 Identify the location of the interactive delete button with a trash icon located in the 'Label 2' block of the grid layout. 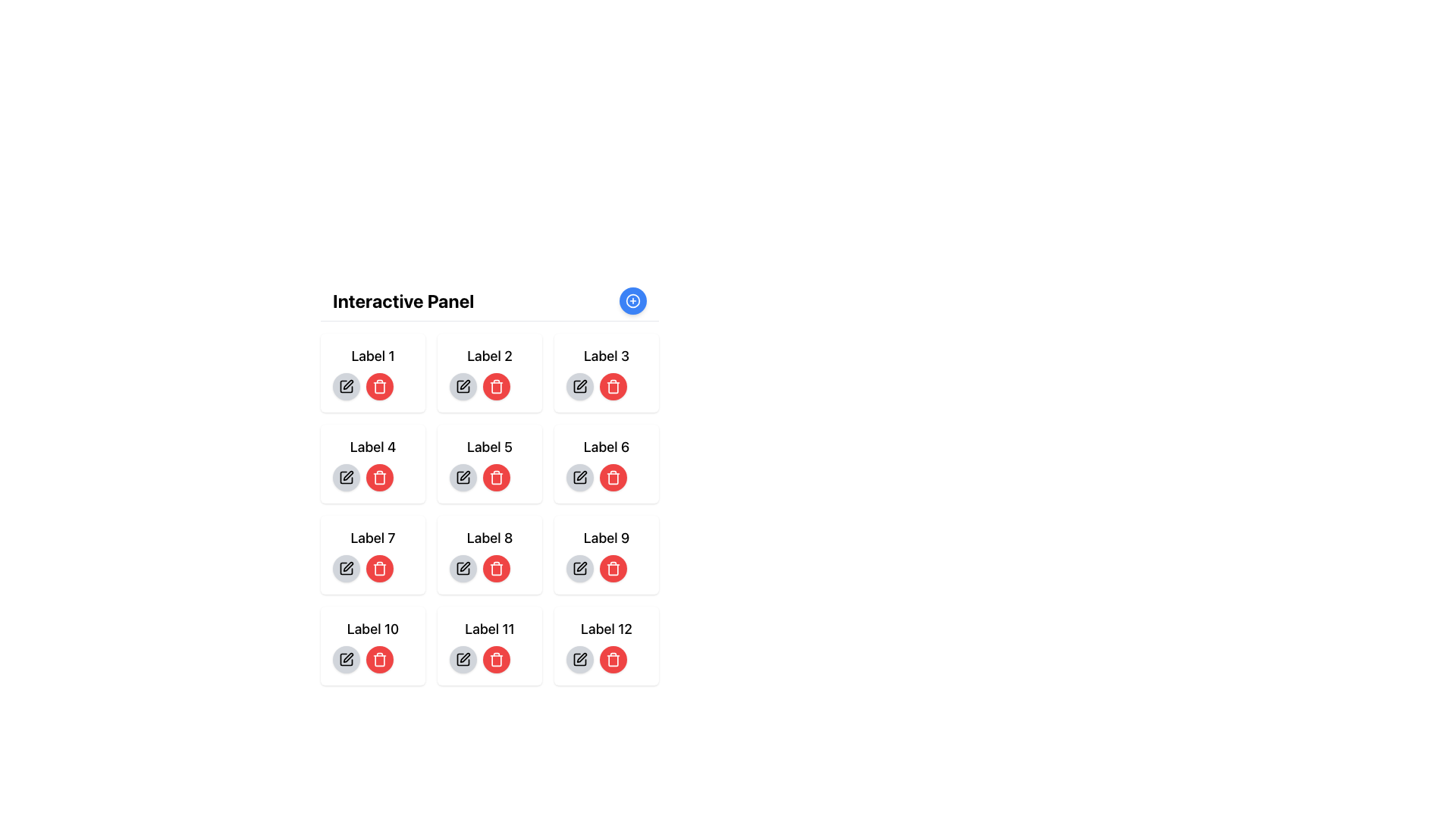
(490, 373).